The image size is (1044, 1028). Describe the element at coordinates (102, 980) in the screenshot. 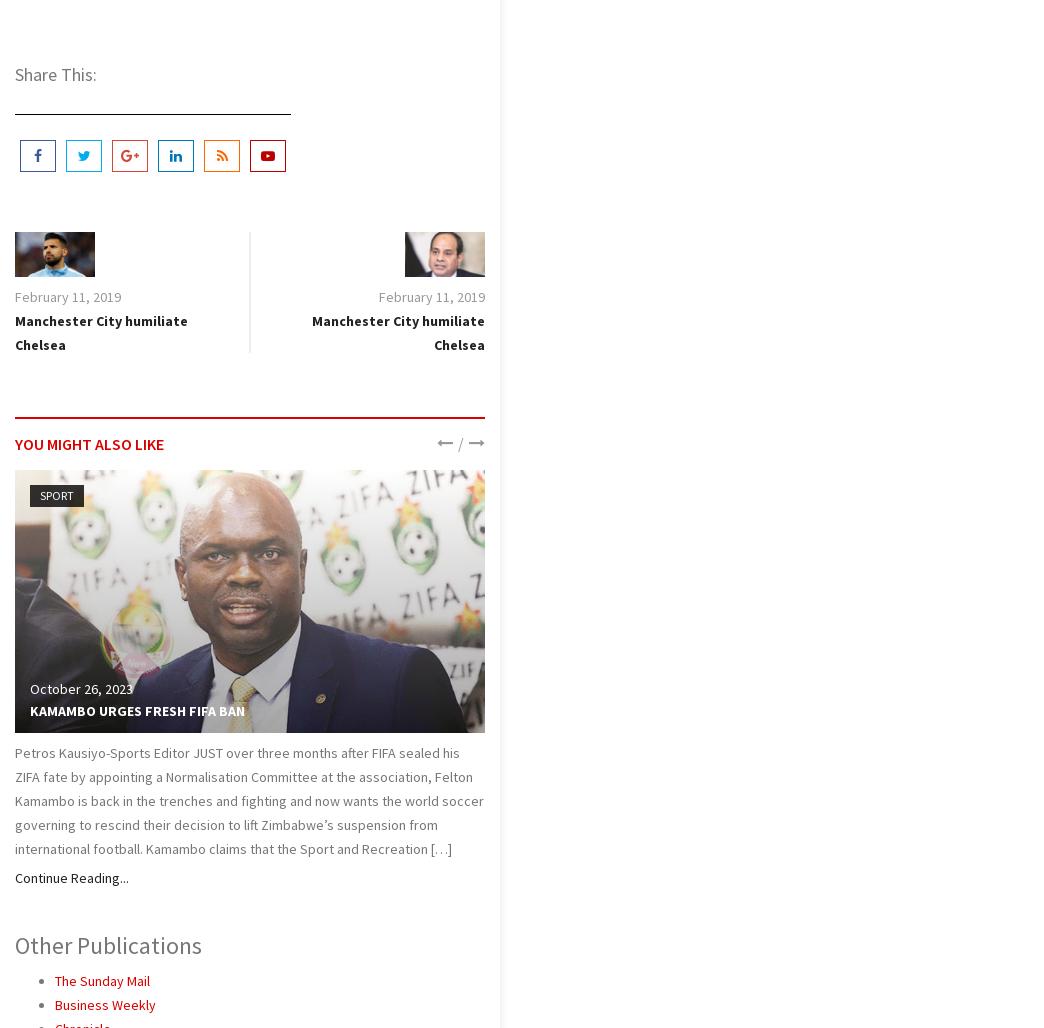

I see `'The Sunday Mail'` at that location.